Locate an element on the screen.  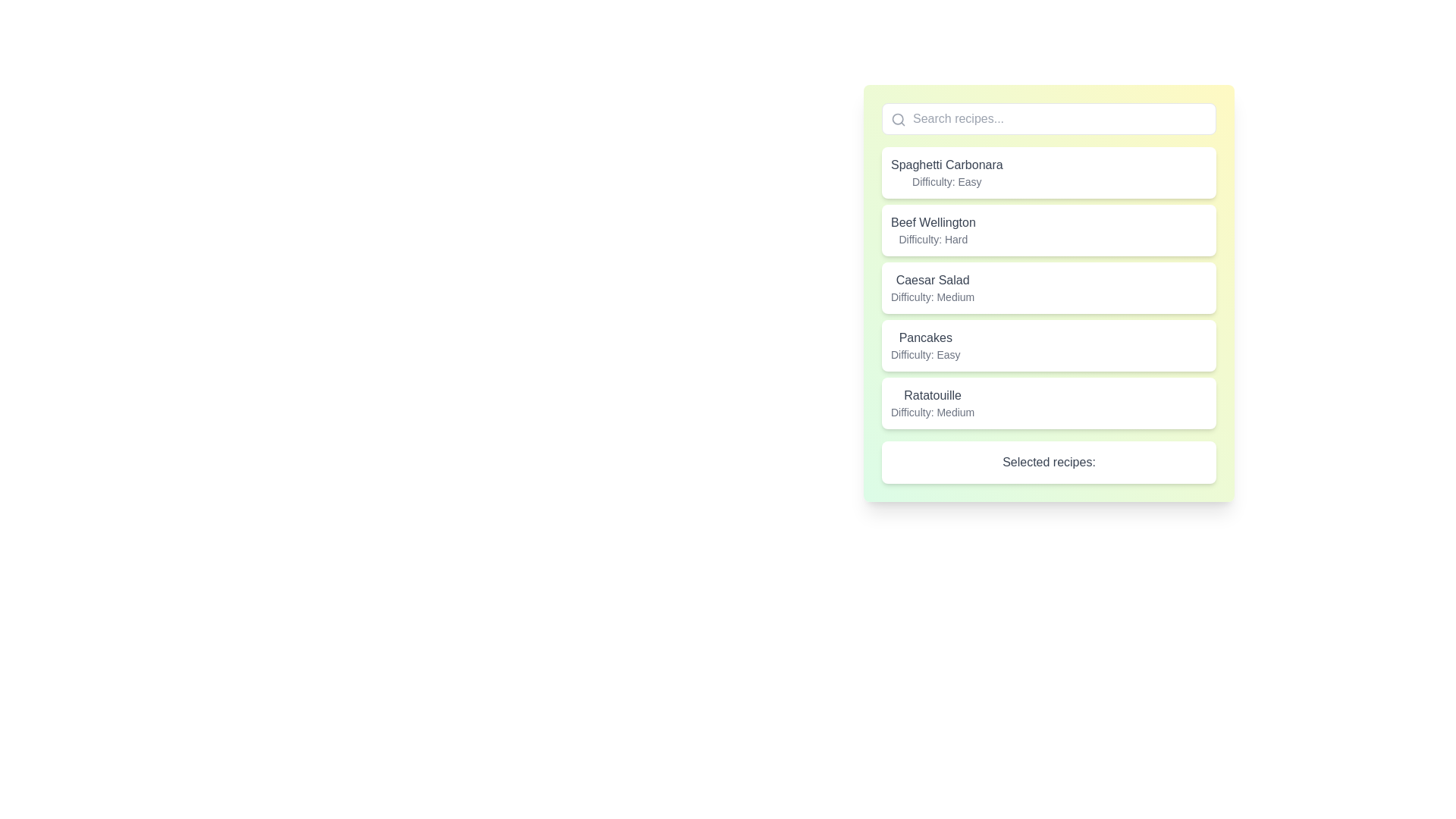
the second selectable list item labeled 'Beef Wellington' is located at coordinates (1048, 231).